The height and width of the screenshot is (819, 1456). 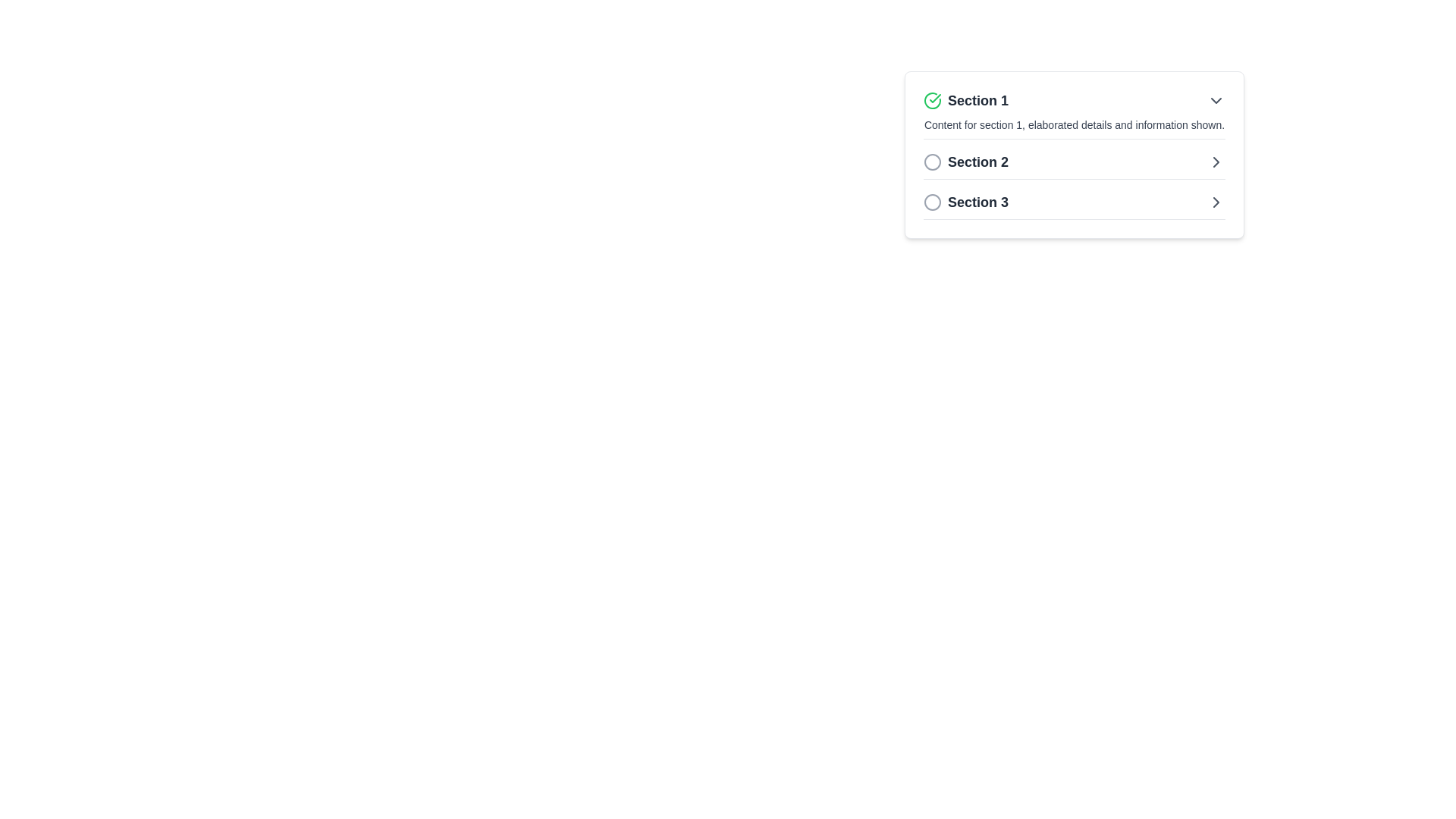 I want to click on the icon located at the far right of the 'Section 3' row, so click(x=1216, y=201).